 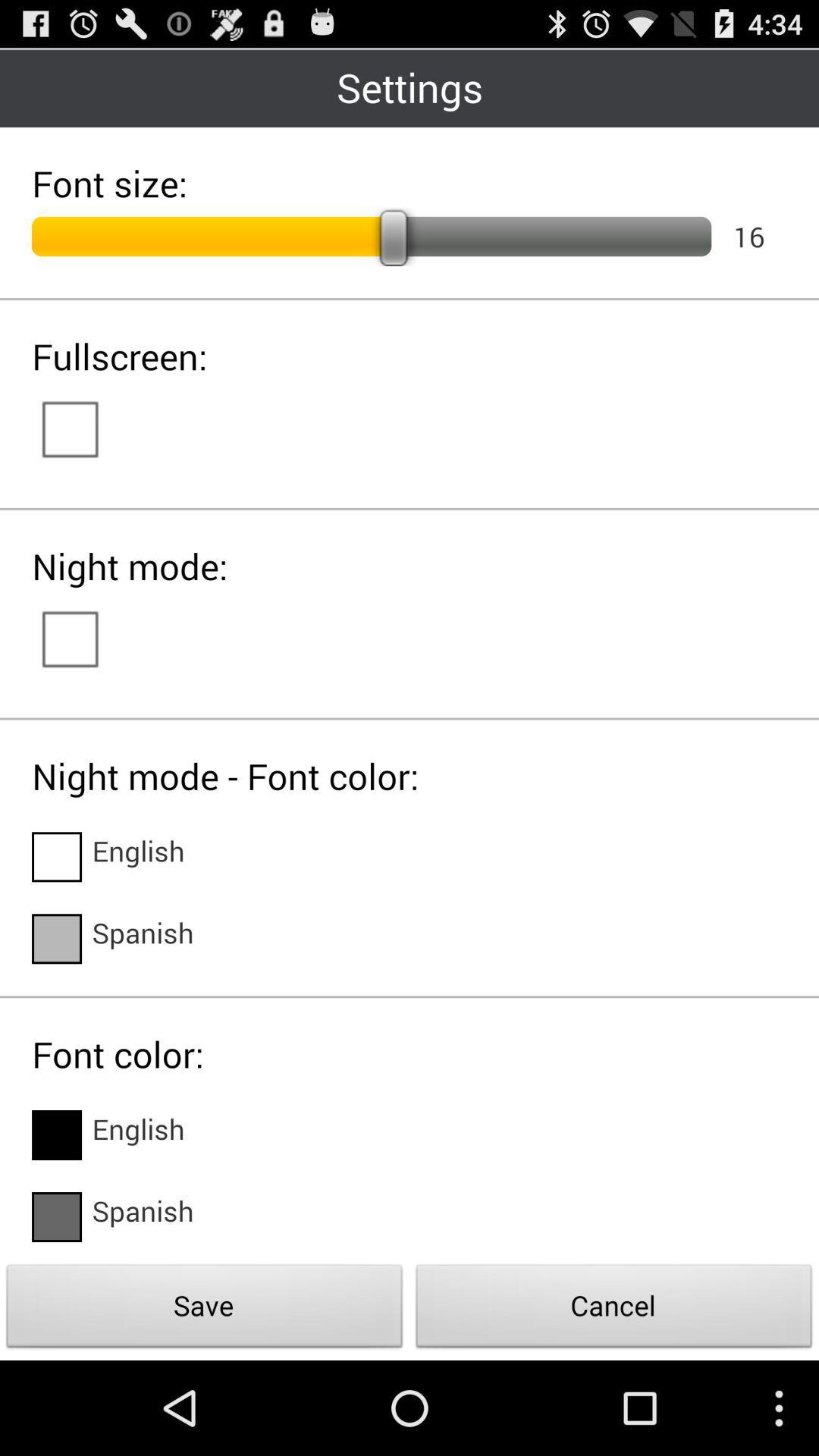 What do you see at coordinates (614, 1310) in the screenshot?
I see `the cancel item` at bounding box center [614, 1310].